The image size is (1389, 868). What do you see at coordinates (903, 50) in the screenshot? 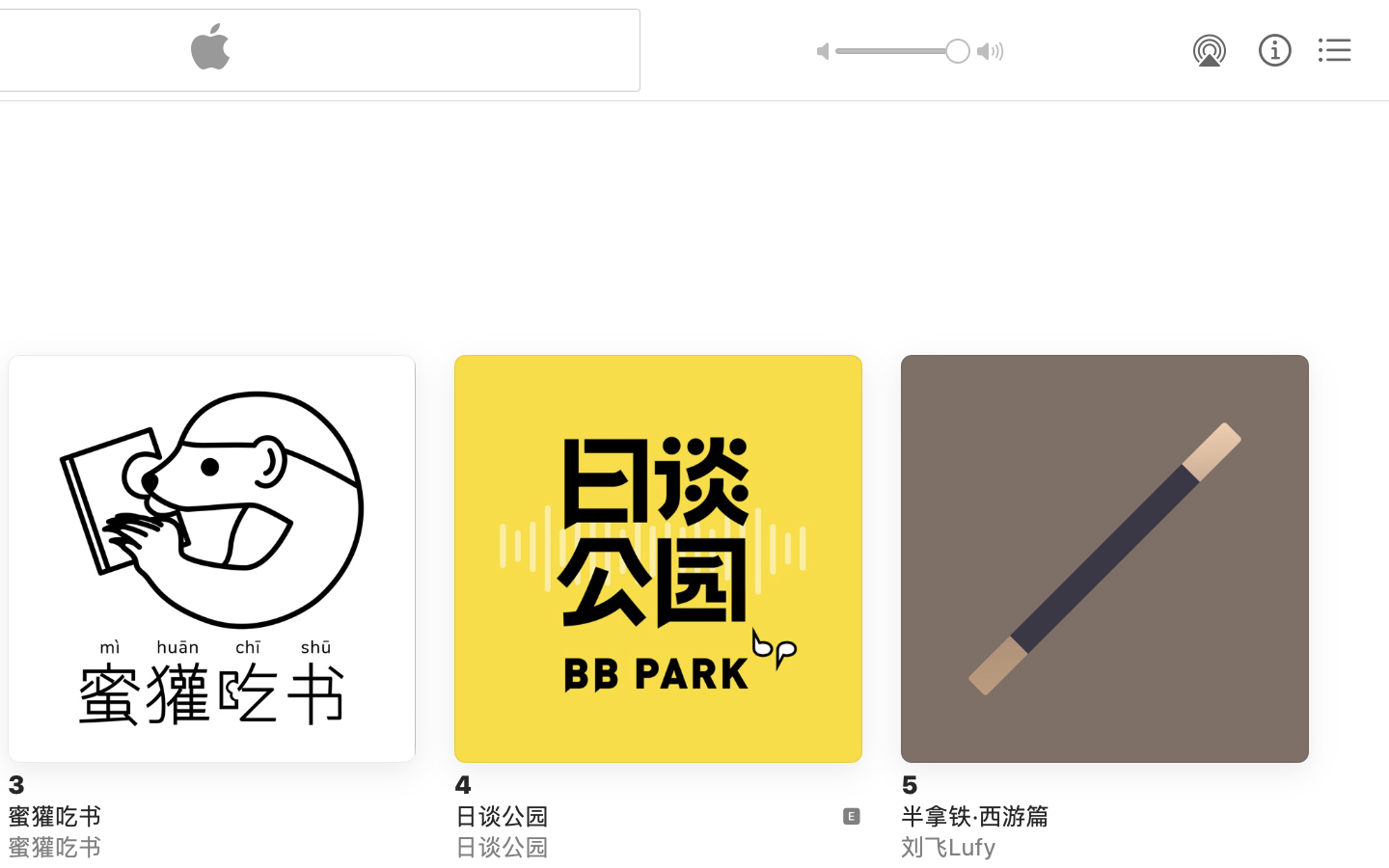
I see `'1.0'` at bounding box center [903, 50].